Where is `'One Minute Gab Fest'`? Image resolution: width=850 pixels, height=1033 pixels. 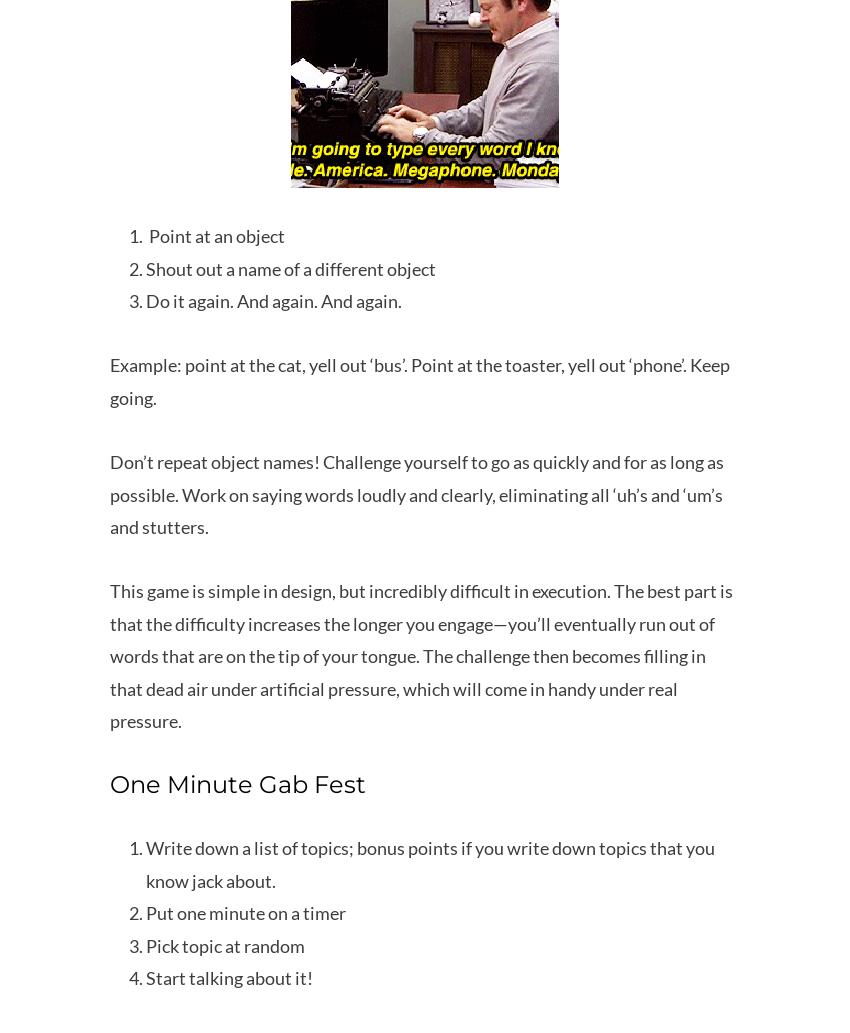
'One Minute Gab Fest' is located at coordinates (238, 784).